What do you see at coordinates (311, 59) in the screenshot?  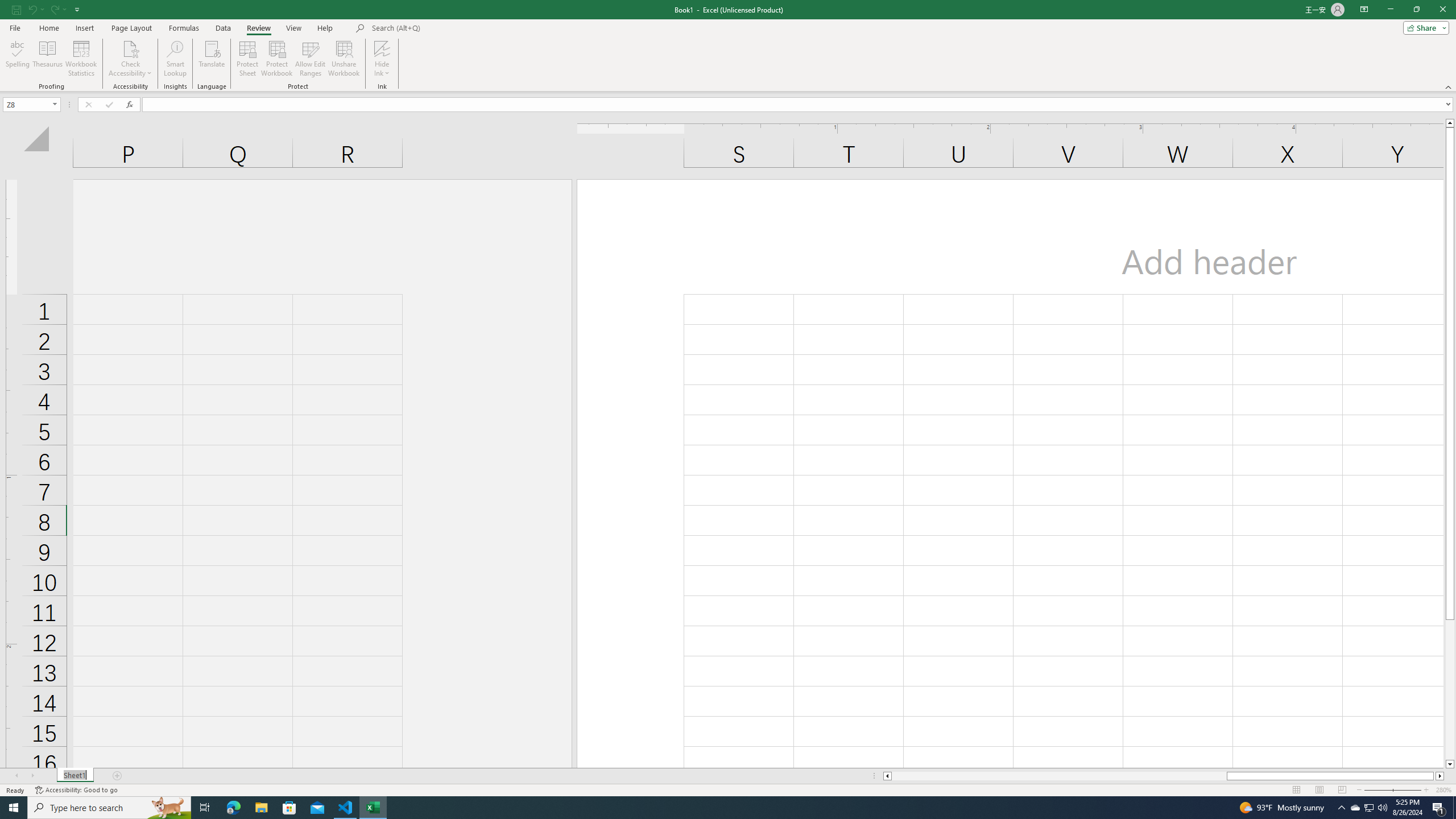 I see `'Allow Edit Ranges'` at bounding box center [311, 59].